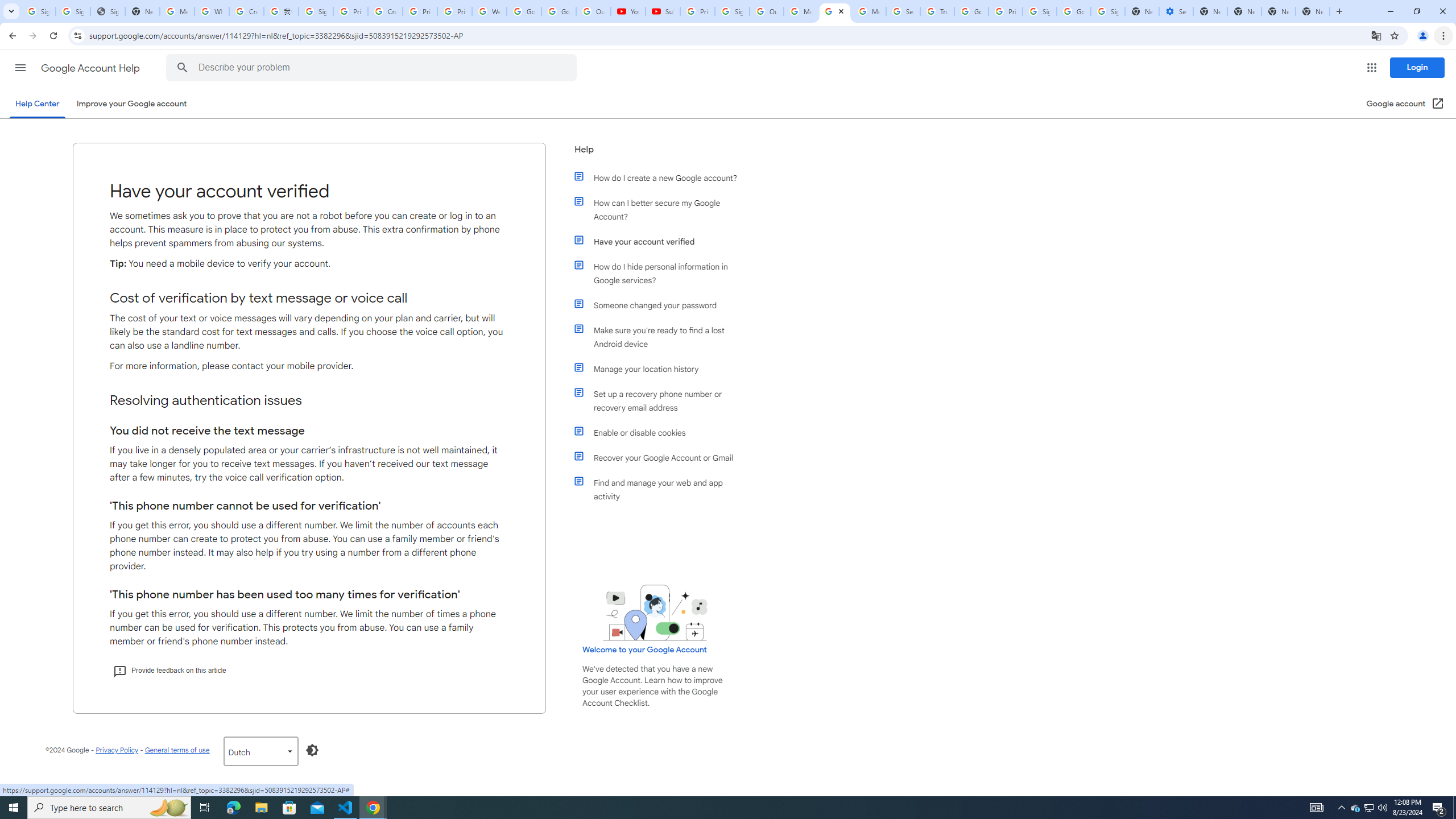 This screenshot has width=1456, height=819. Describe the element at coordinates (1073, 11) in the screenshot. I see `'Google Cybersecurity Innovations - Google Safety Center'` at that location.